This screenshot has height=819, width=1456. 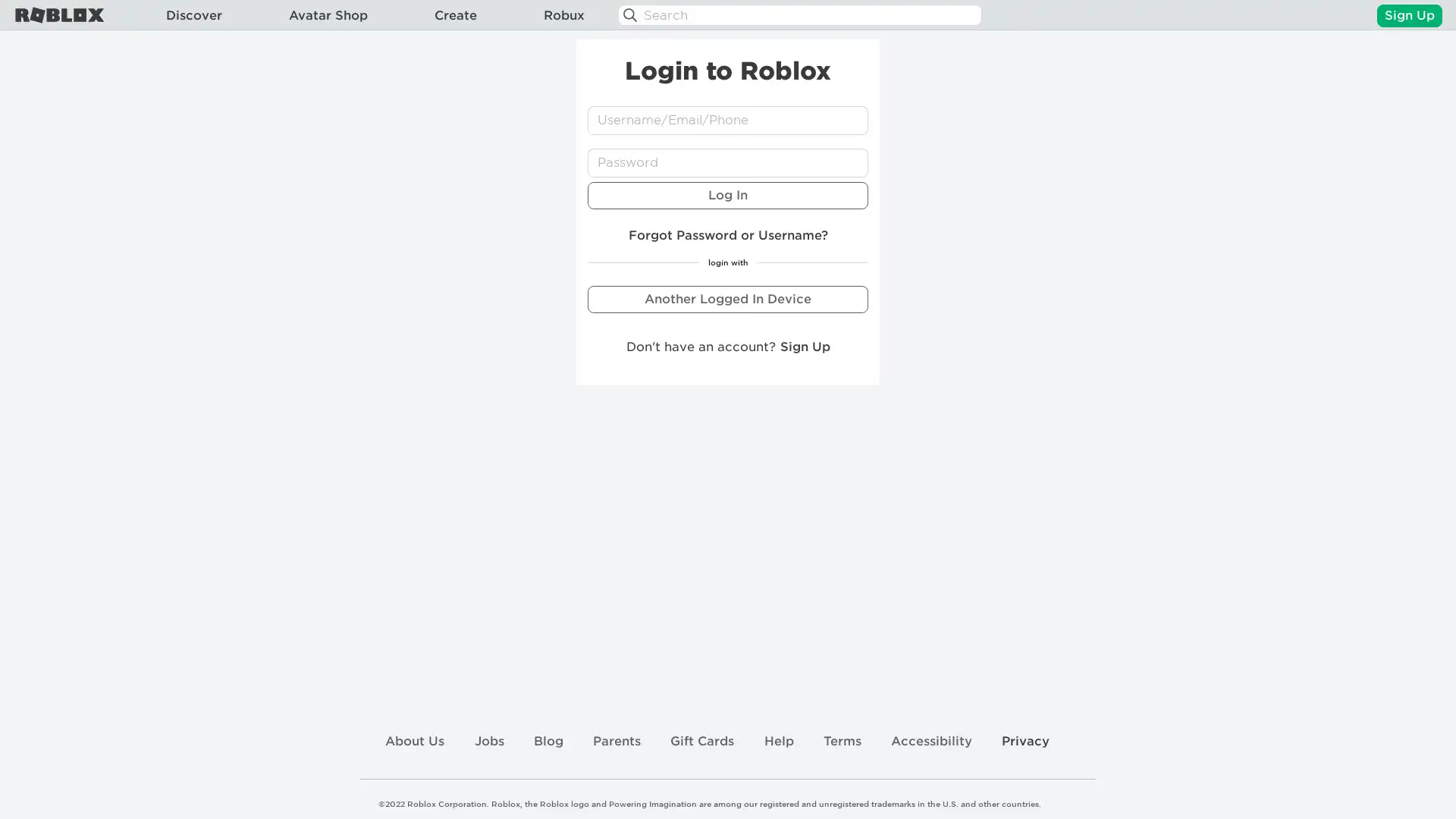 I want to click on Log In, so click(x=728, y=194).